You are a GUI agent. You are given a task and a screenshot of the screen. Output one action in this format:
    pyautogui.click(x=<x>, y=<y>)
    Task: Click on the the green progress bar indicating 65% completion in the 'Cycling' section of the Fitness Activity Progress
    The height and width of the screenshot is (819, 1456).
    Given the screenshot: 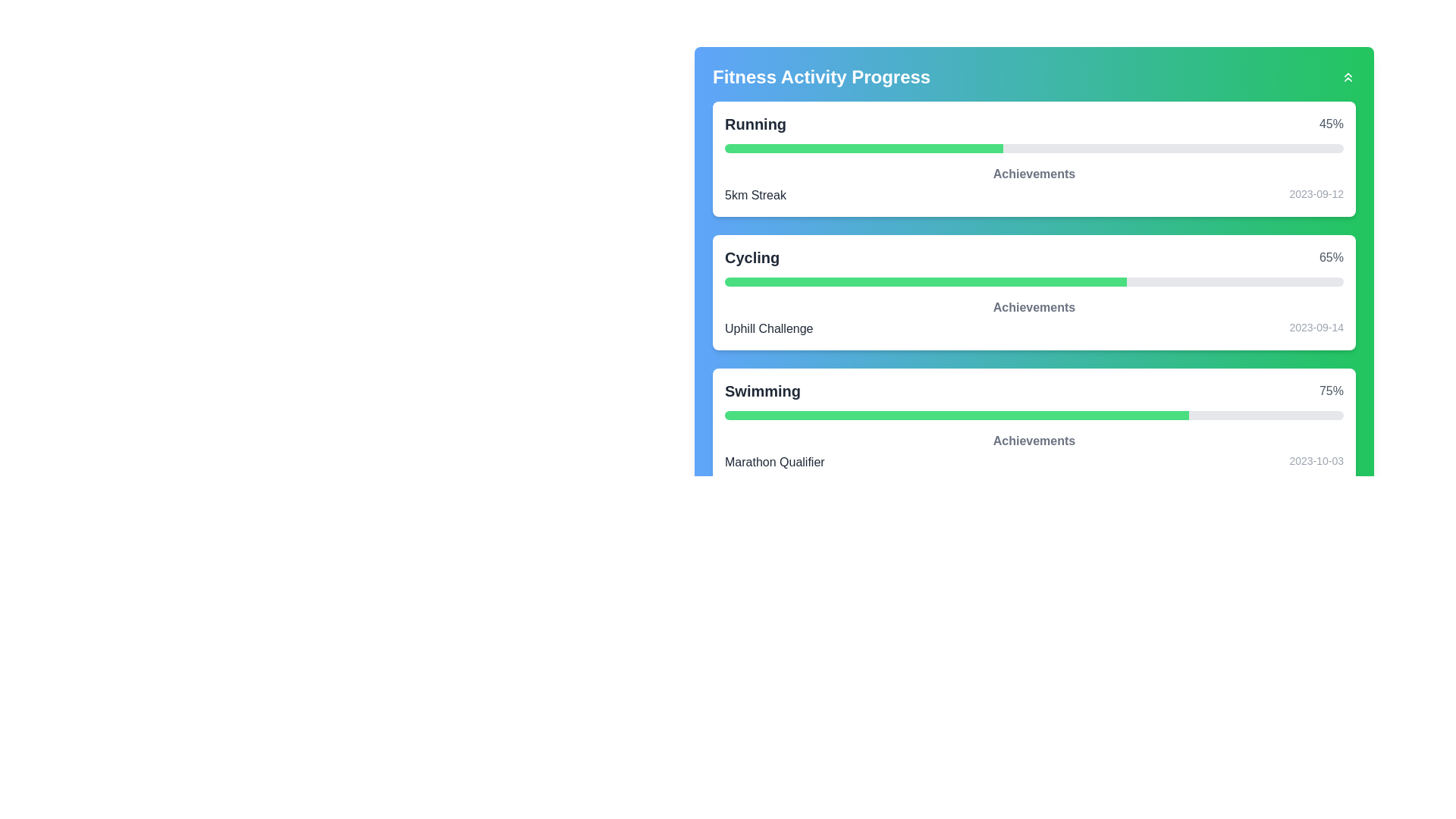 What is the action you would take?
    pyautogui.click(x=925, y=281)
    